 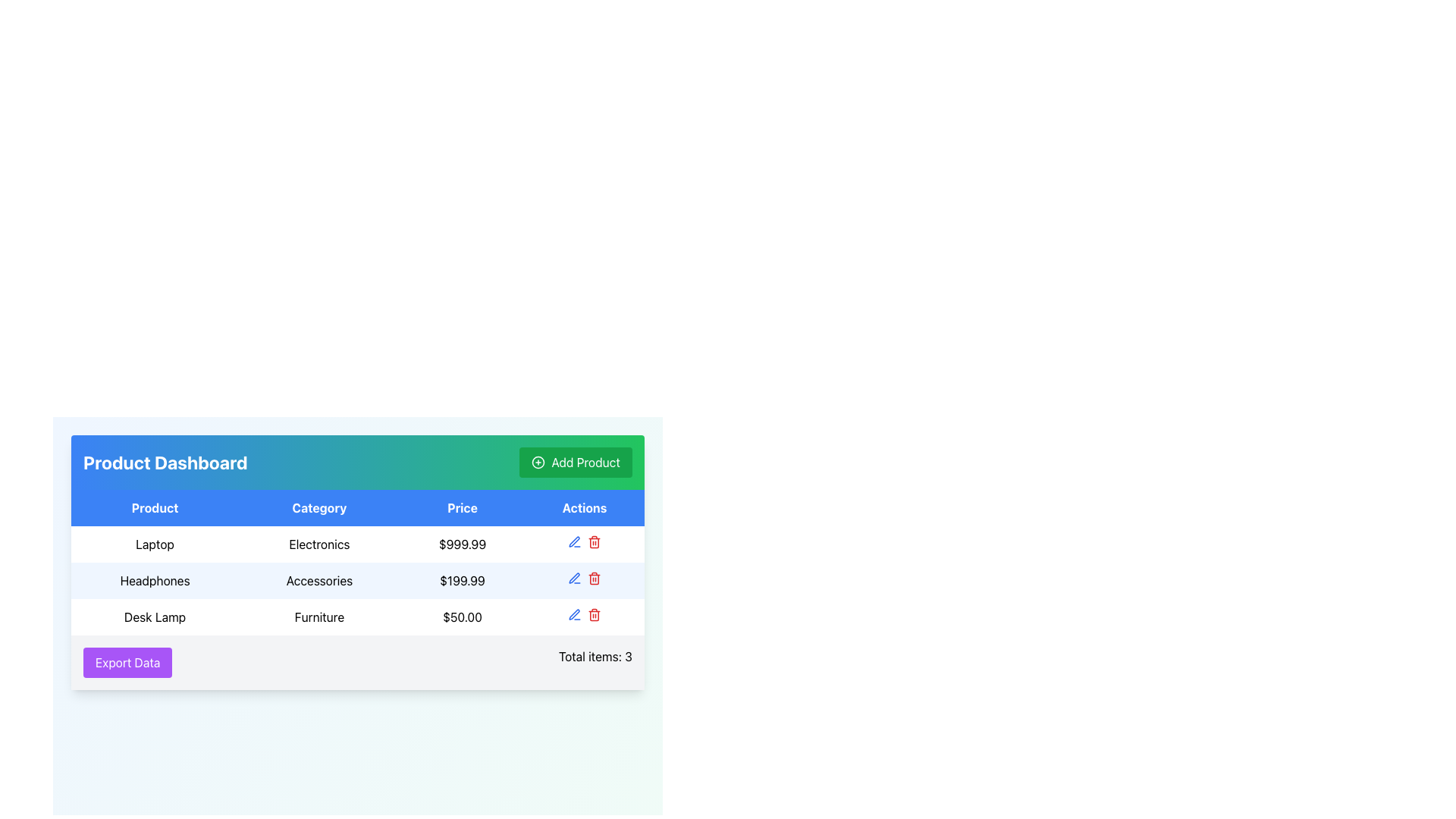 I want to click on the price display element showing '$50.00' in black font, which is located in the third column of the last table row for the product 'Desk Lamp', so click(x=461, y=617).